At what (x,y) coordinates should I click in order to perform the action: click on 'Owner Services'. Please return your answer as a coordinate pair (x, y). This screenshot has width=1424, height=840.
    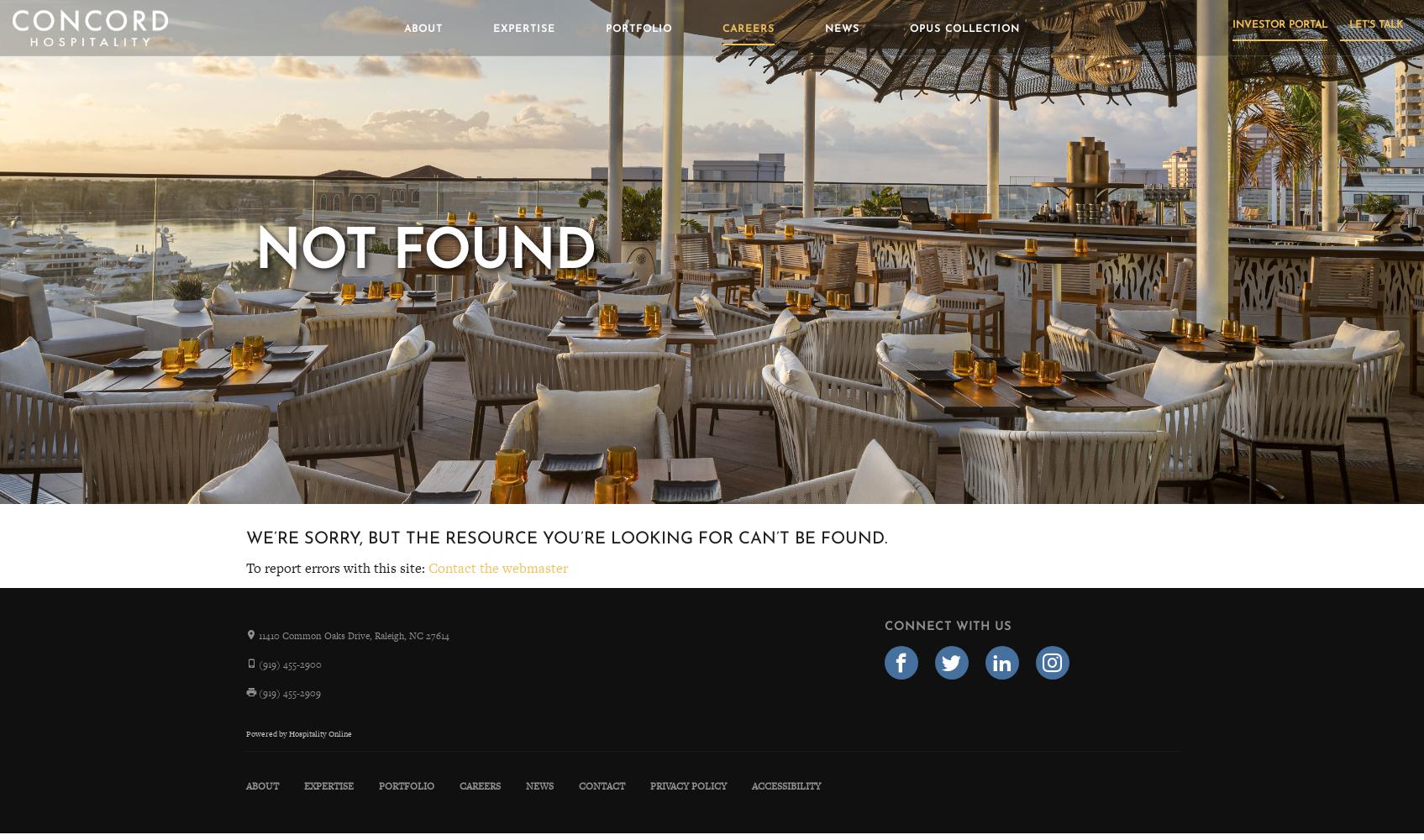
    Looking at the image, I should click on (235, 164).